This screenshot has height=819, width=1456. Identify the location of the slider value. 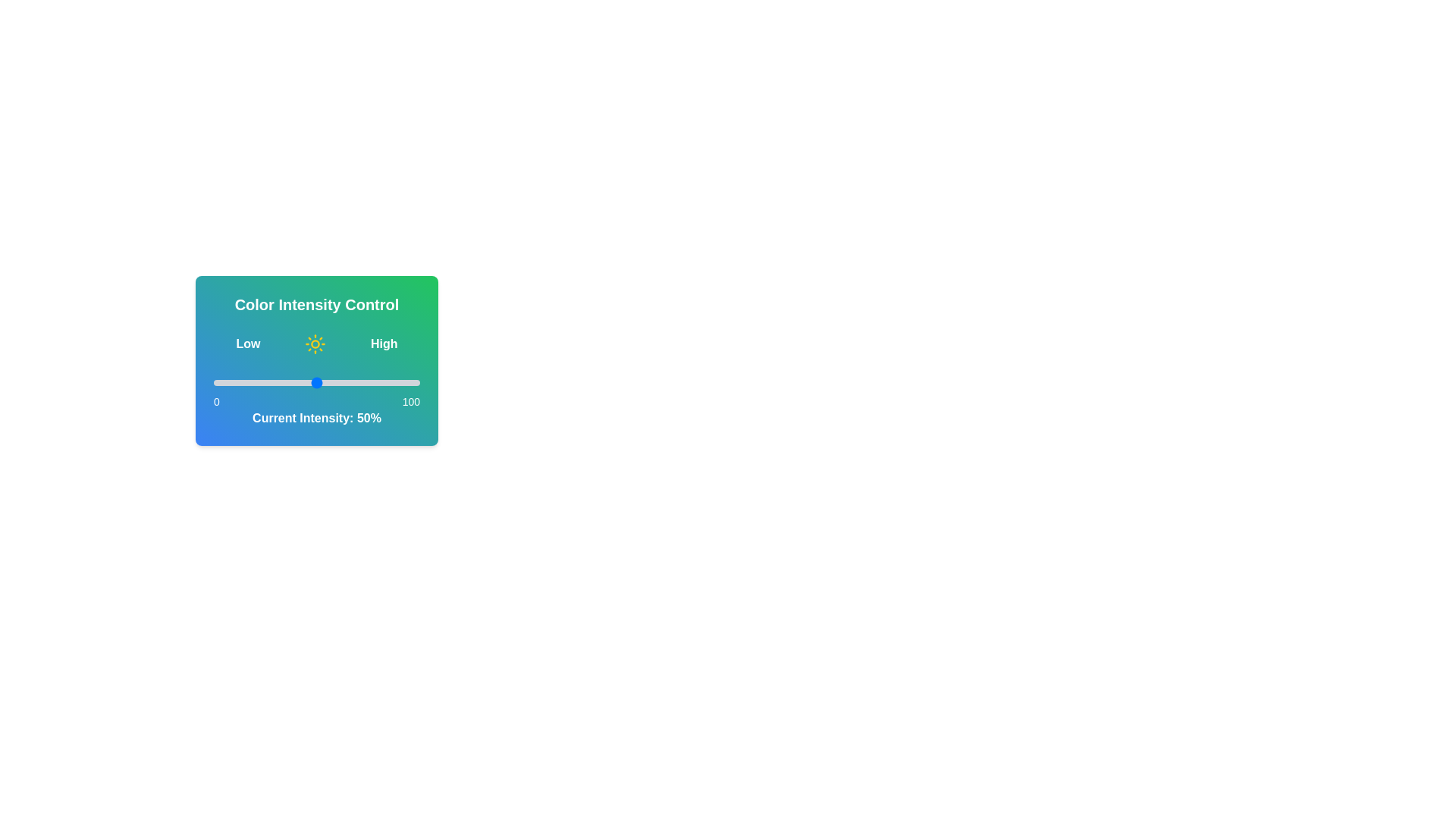
(215, 382).